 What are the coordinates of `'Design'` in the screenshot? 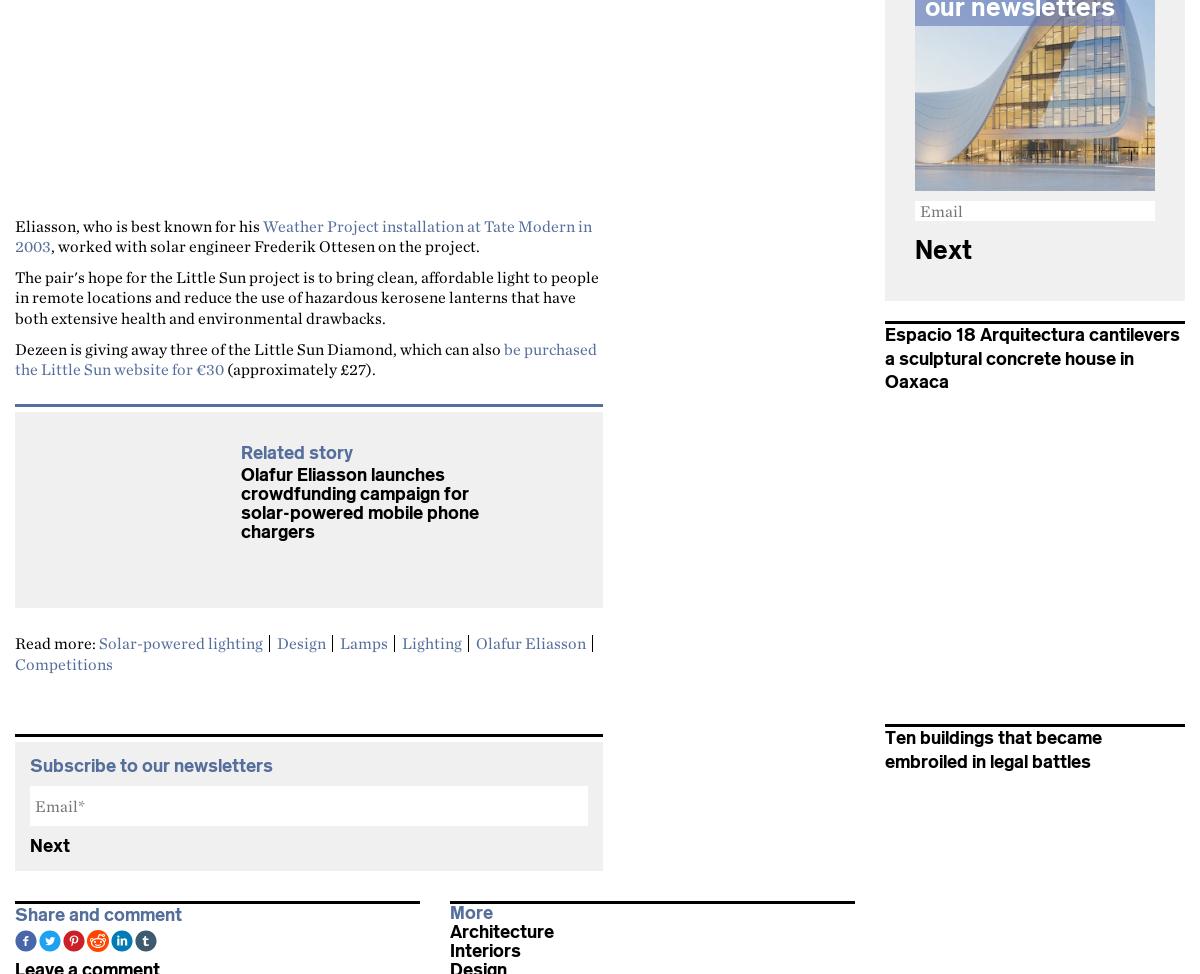 It's located at (301, 642).